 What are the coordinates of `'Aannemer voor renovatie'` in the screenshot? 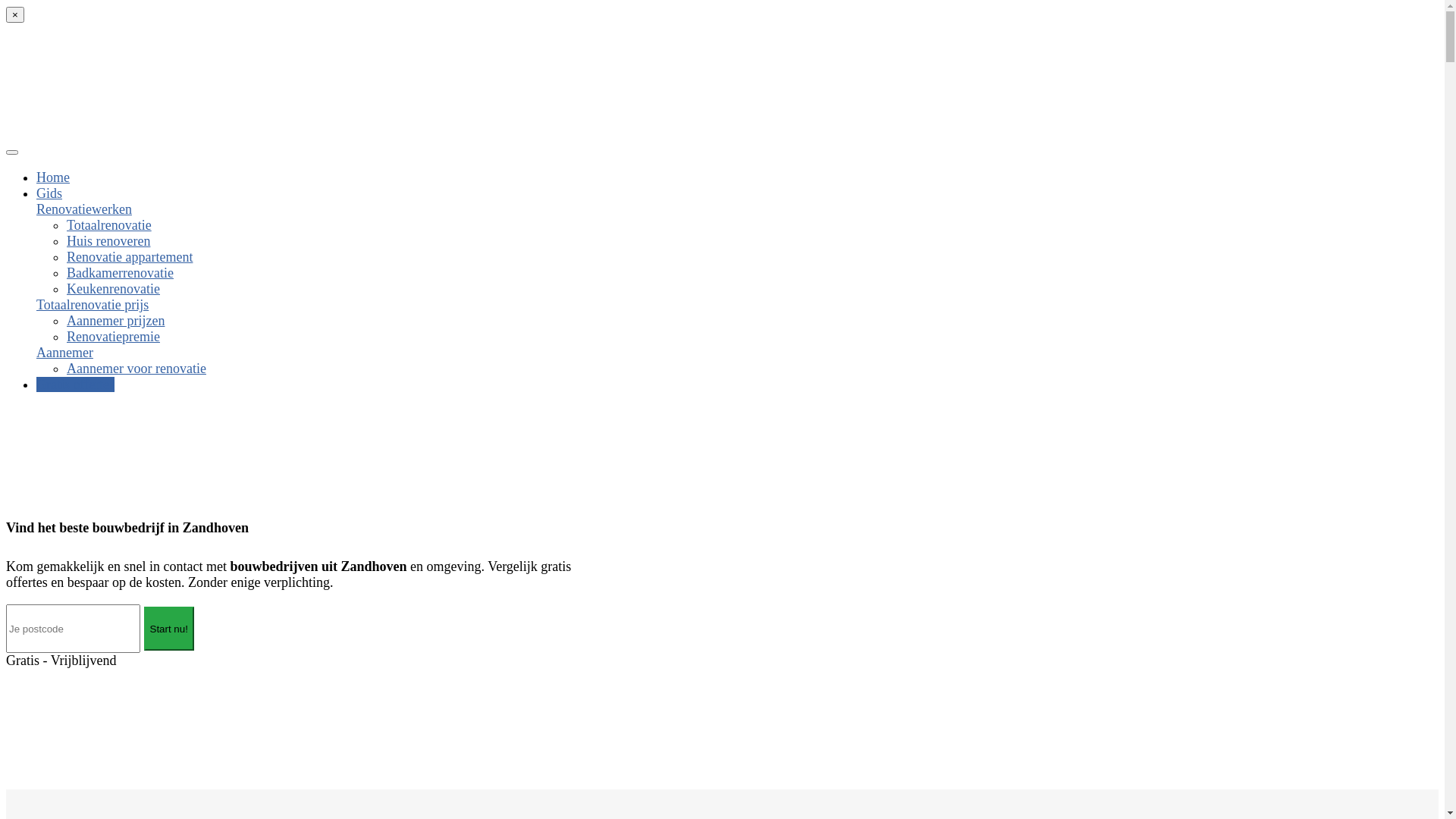 It's located at (136, 369).